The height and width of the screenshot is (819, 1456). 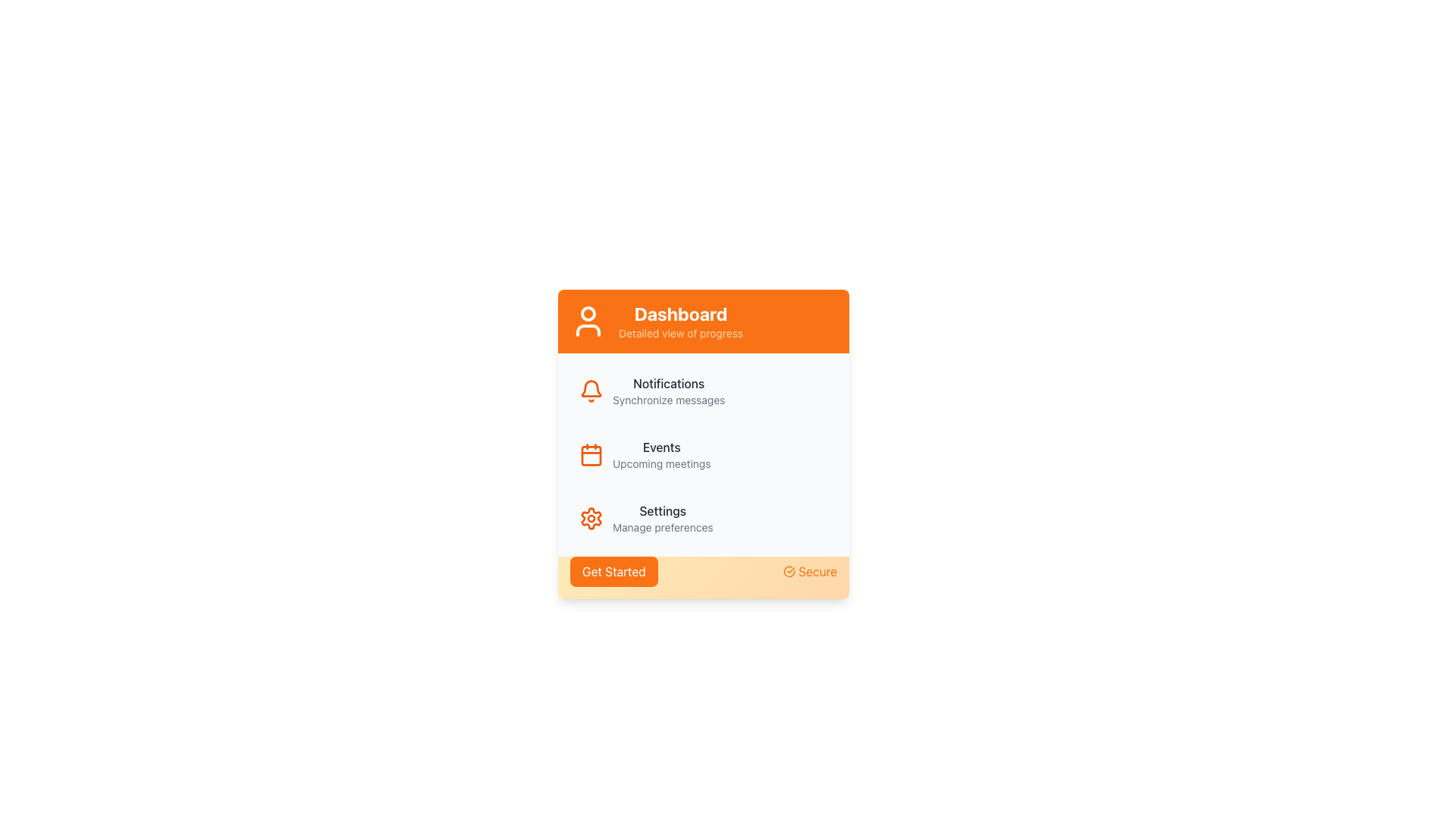 What do you see at coordinates (590, 455) in the screenshot?
I see `the central rectangular portion of the calendar icon, which is visually represented as part of the calendar icon adjacent to the 'Events' label` at bounding box center [590, 455].